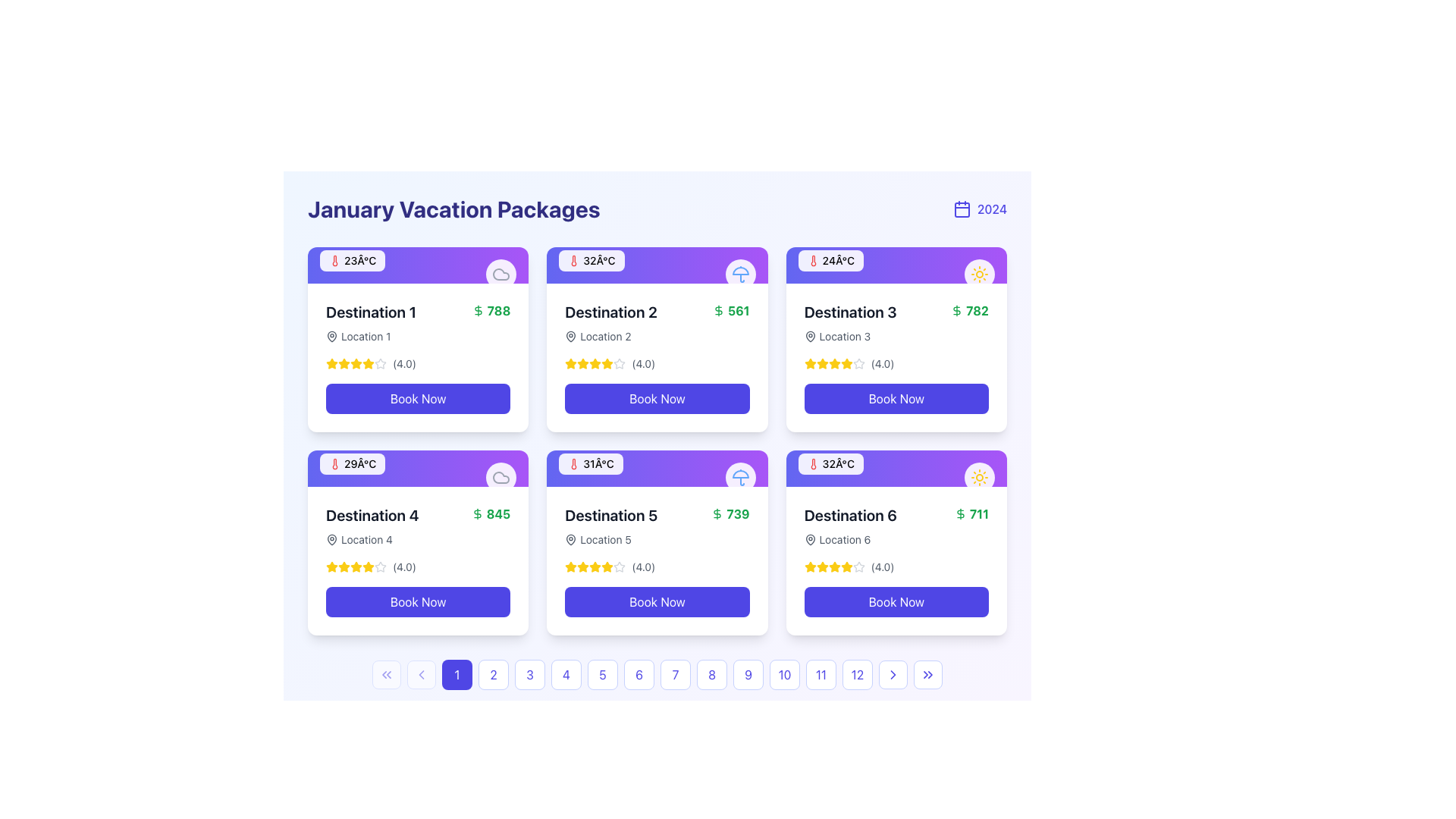 Image resolution: width=1456 pixels, height=819 pixels. Describe the element at coordinates (812, 463) in the screenshot. I see `the thermometer icon representing the temperature condition for 'Destination 6' with a displayed temperature of 32°C` at that location.